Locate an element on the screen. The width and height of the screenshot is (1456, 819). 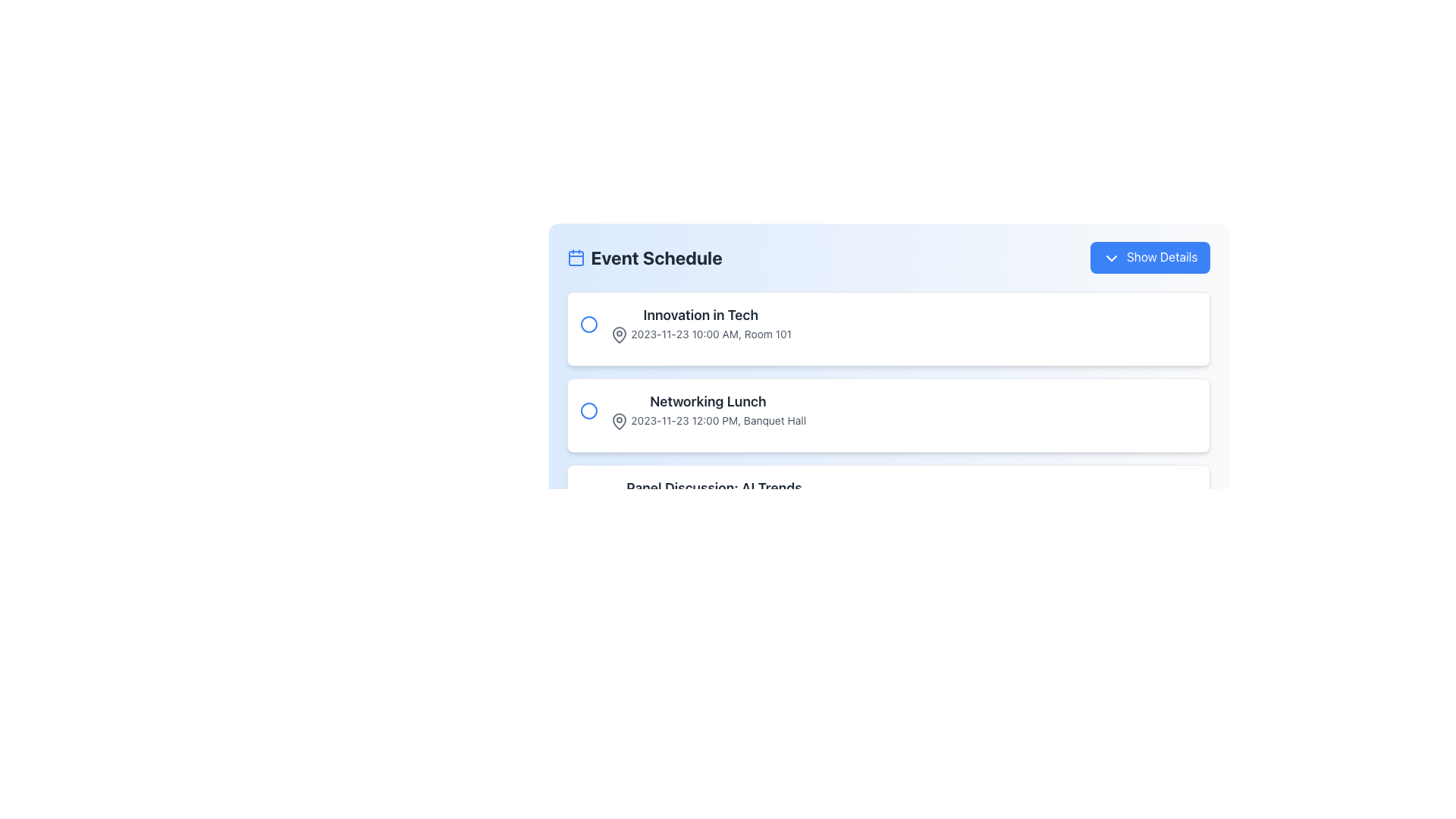
the title 'Event Schedule' and calendar icon located in the Header Section at the top of the event schedule panel is located at coordinates (888, 256).